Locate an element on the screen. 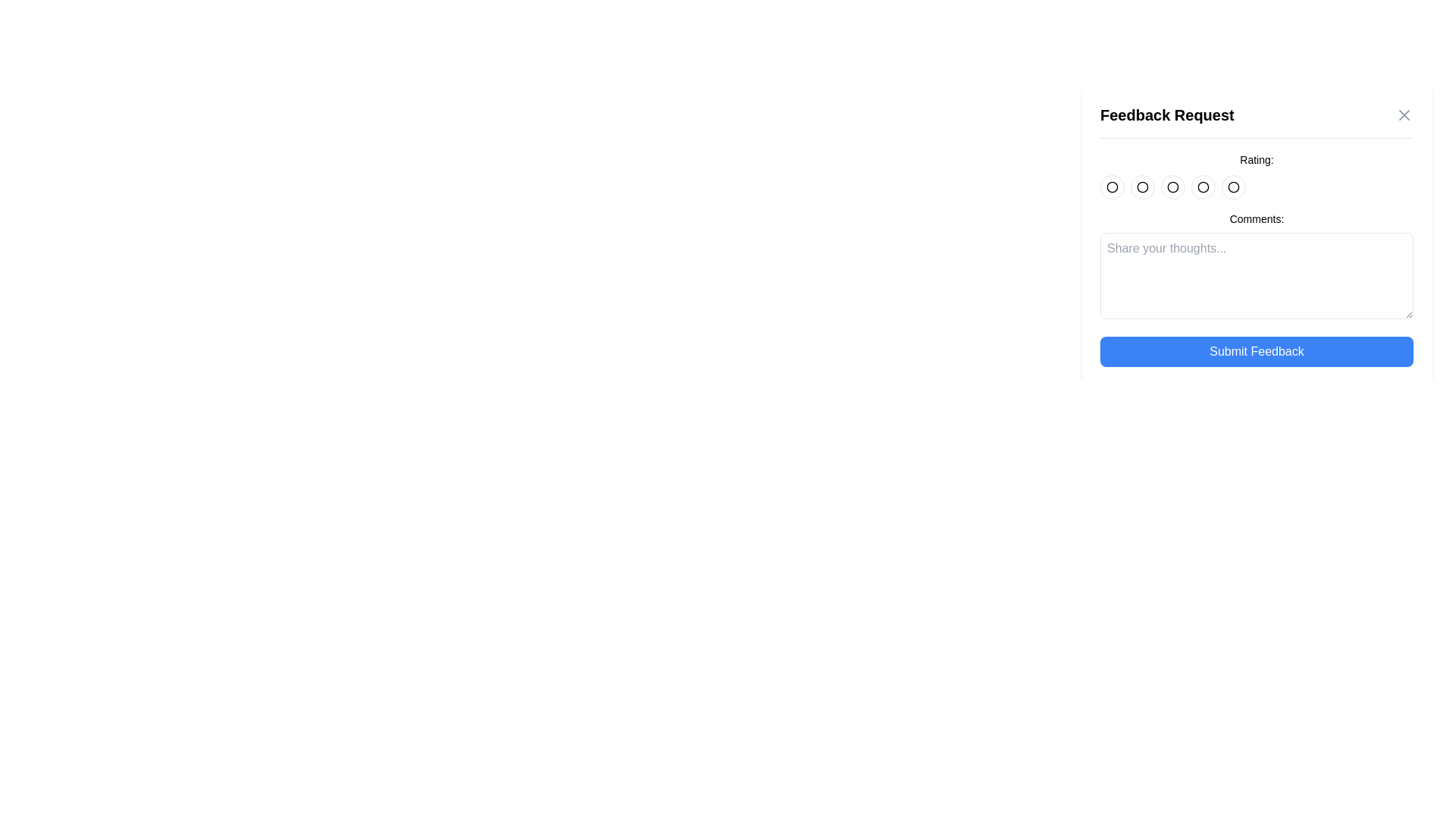  the first rating icon is located at coordinates (1112, 186).